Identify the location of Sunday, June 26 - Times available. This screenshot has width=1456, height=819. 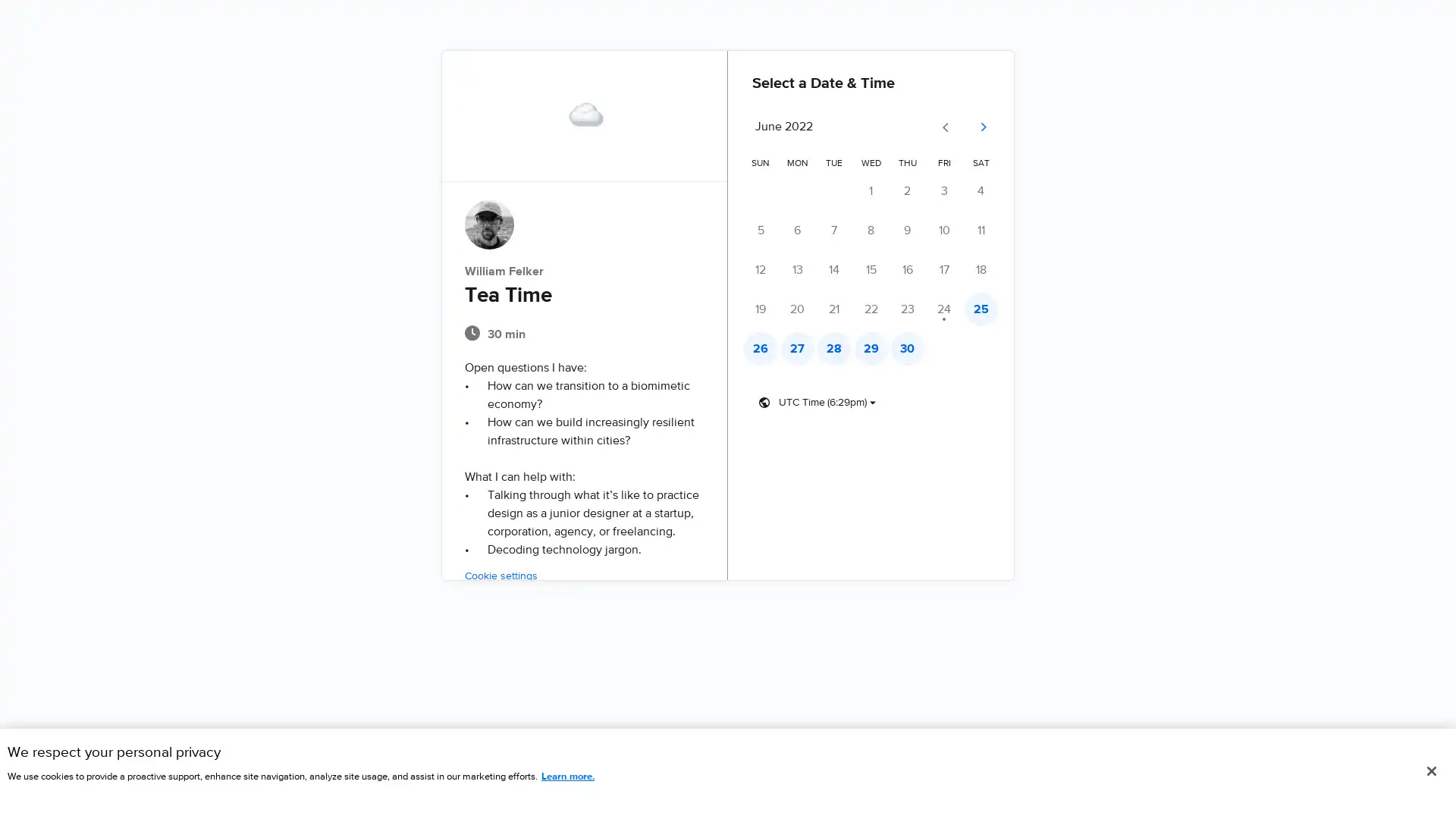
(761, 348).